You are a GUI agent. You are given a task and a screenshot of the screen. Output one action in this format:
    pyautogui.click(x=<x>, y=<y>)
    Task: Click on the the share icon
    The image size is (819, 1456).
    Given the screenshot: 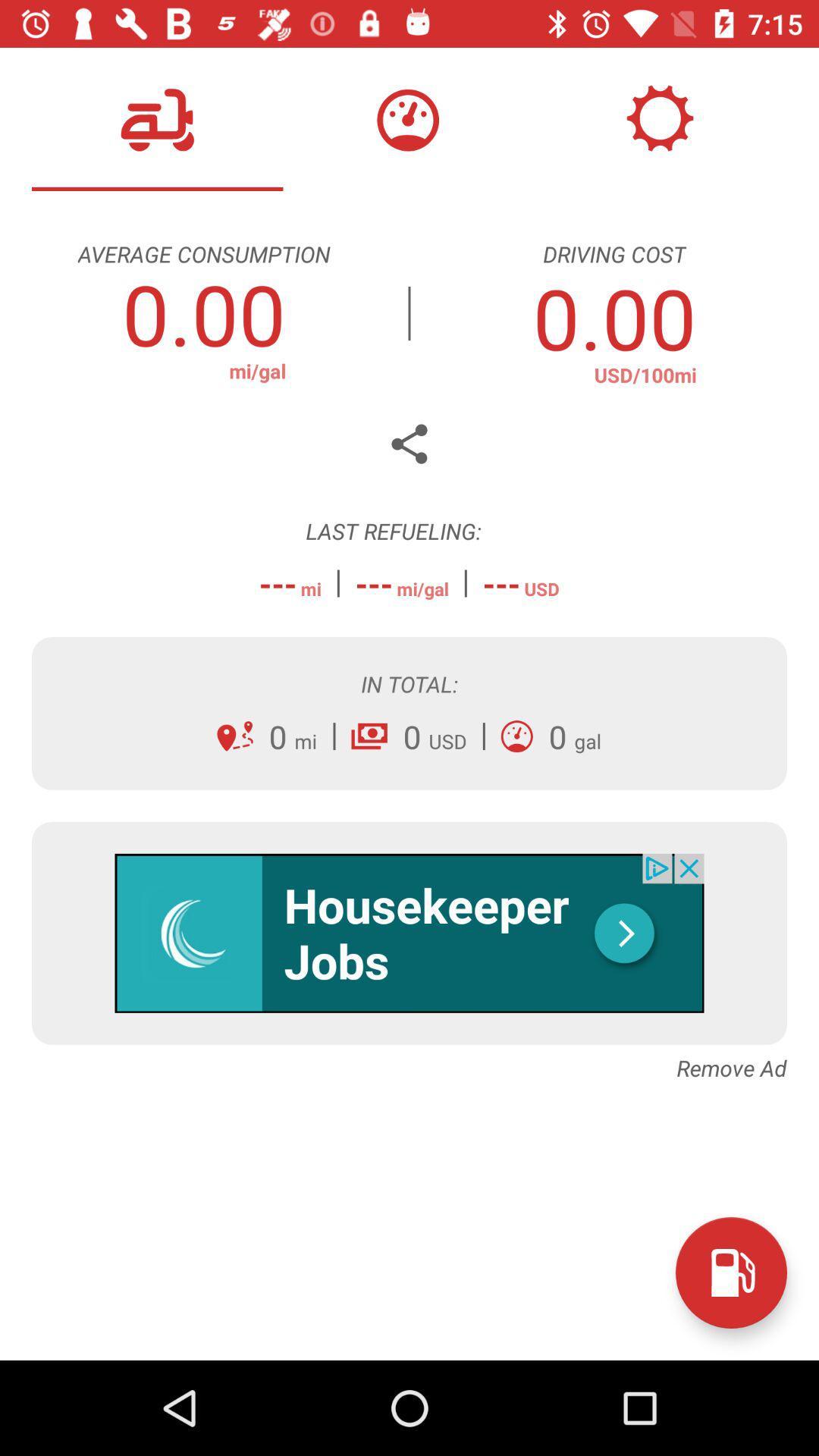 What is the action you would take?
    pyautogui.click(x=409, y=443)
    